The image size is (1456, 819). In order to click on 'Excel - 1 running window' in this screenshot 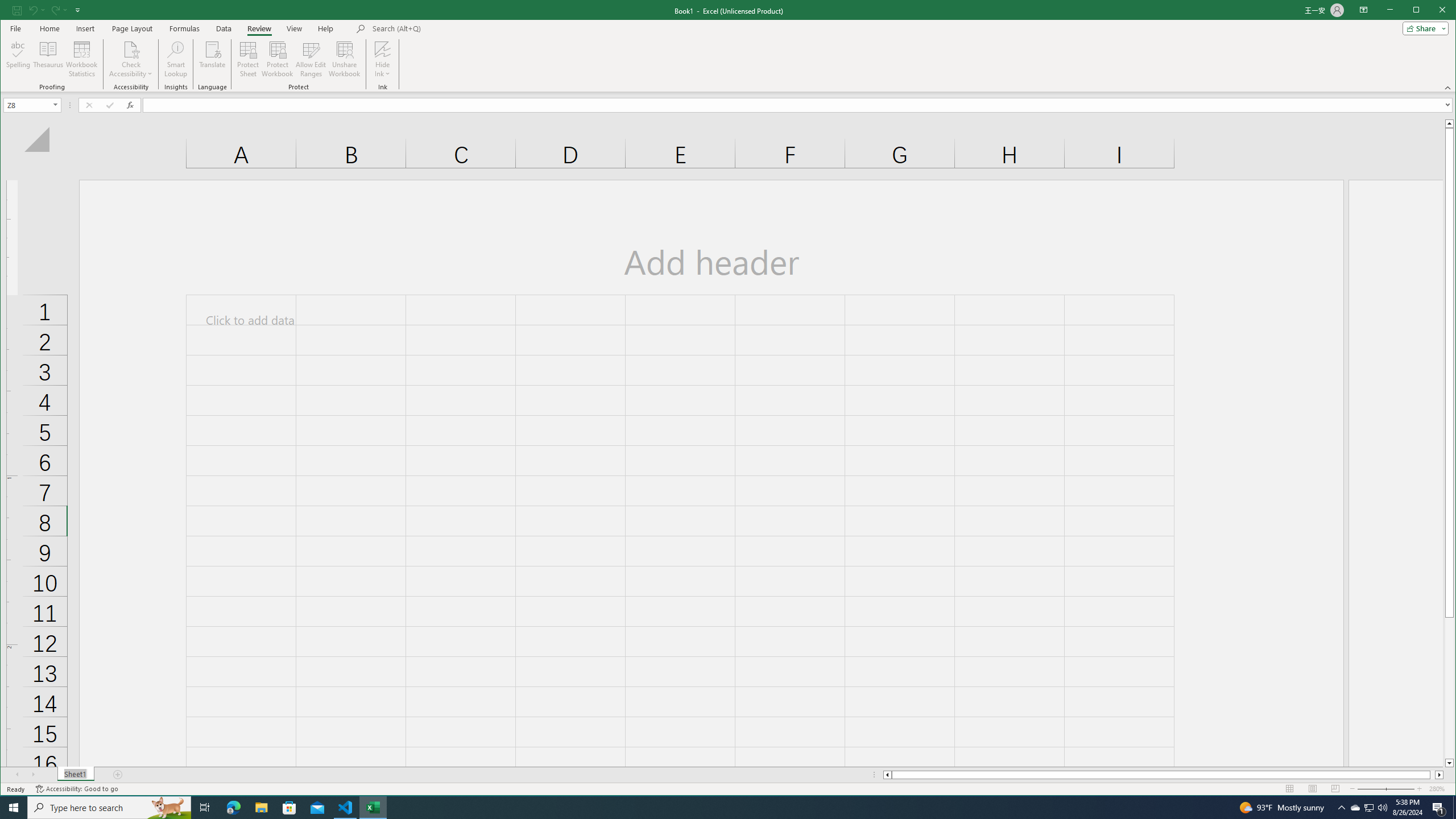, I will do `click(373, 806)`.